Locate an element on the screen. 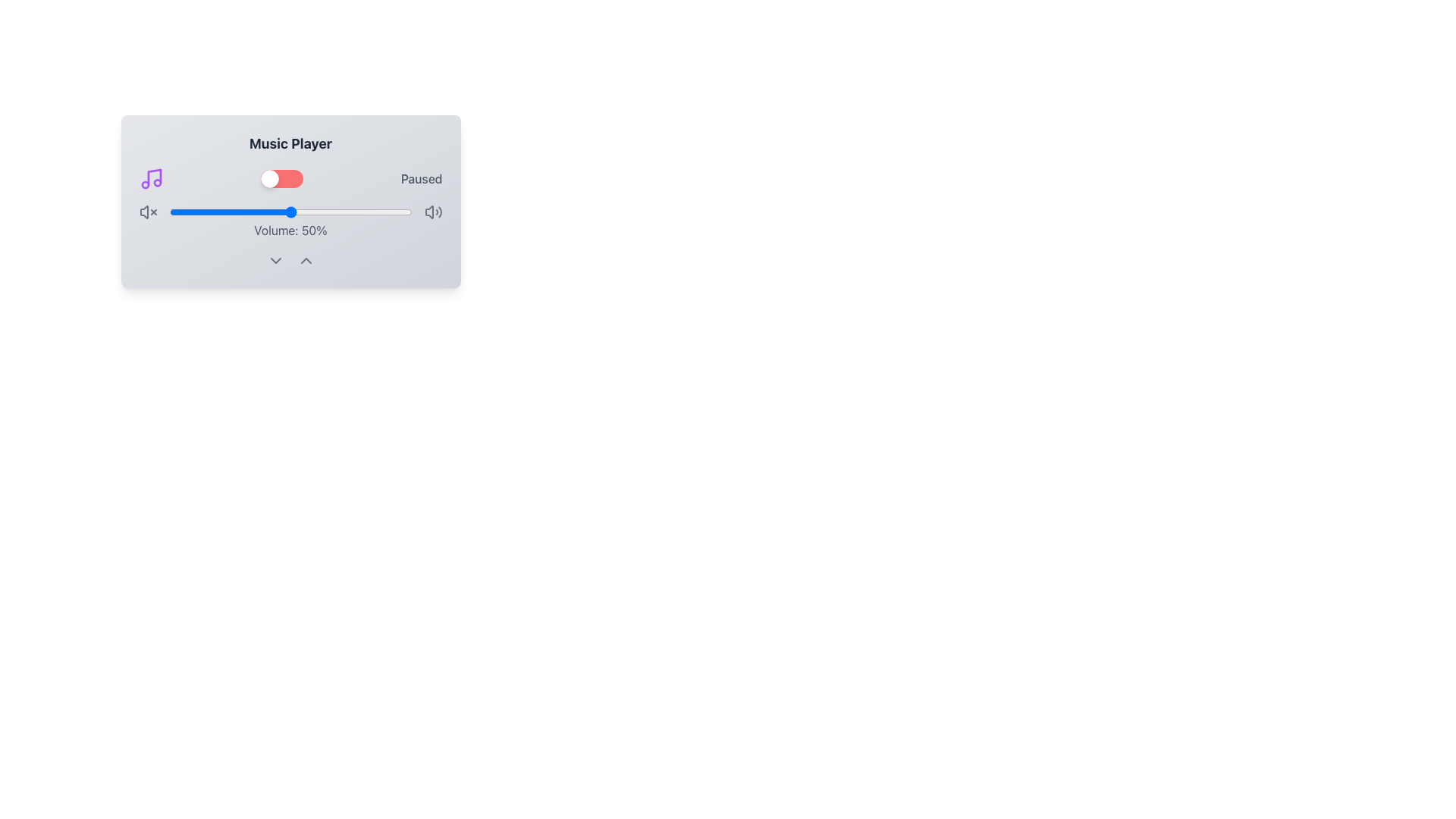 Image resolution: width=1456 pixels, height=819 pixels. volume is located at coordinates (241, 212).